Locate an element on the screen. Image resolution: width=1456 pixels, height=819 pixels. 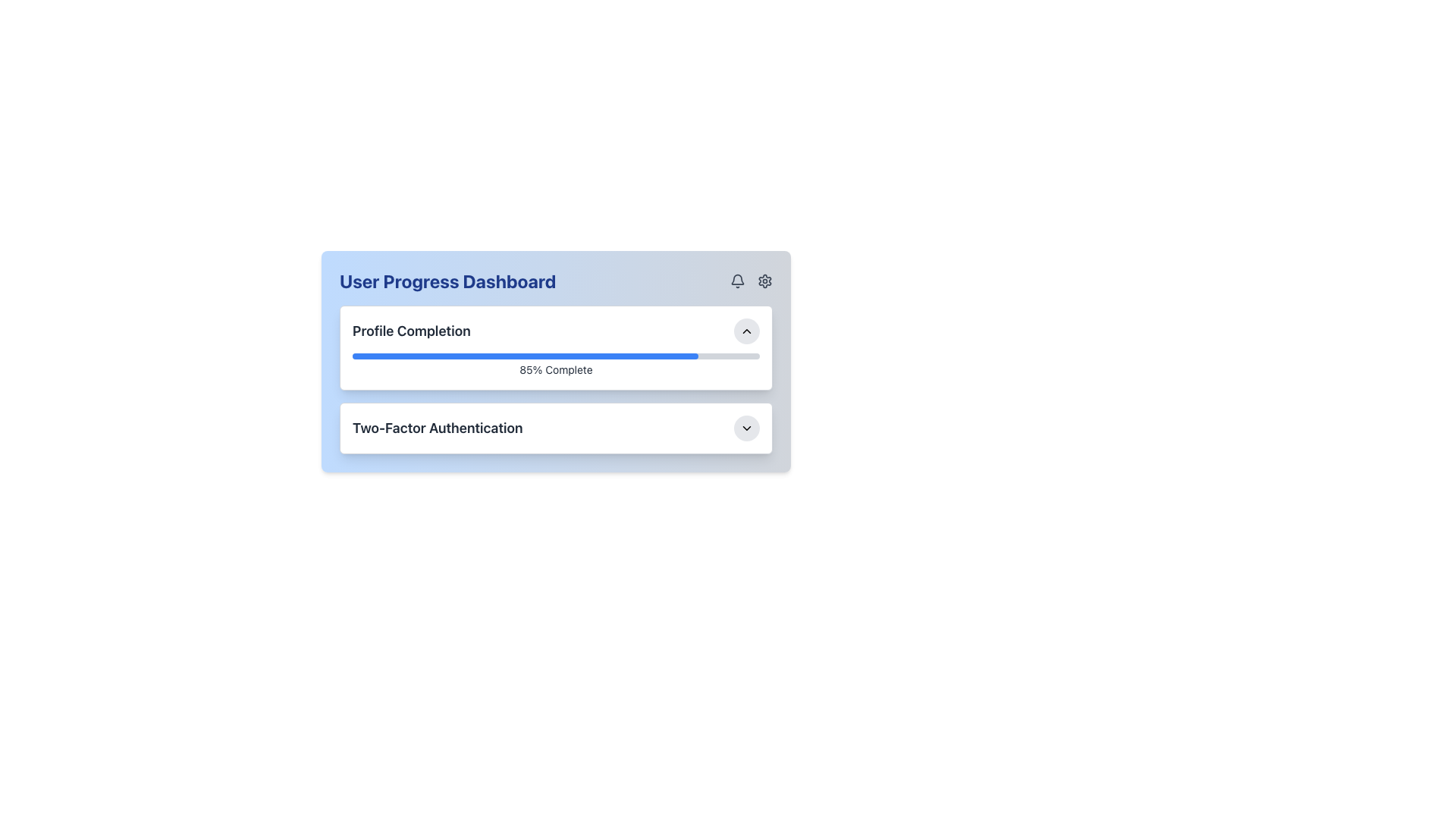
the blue progress bar representing 85% completion in the User Progress Dashboard, located below the 'Profile Completion' label is located at coordinates (526, 356).